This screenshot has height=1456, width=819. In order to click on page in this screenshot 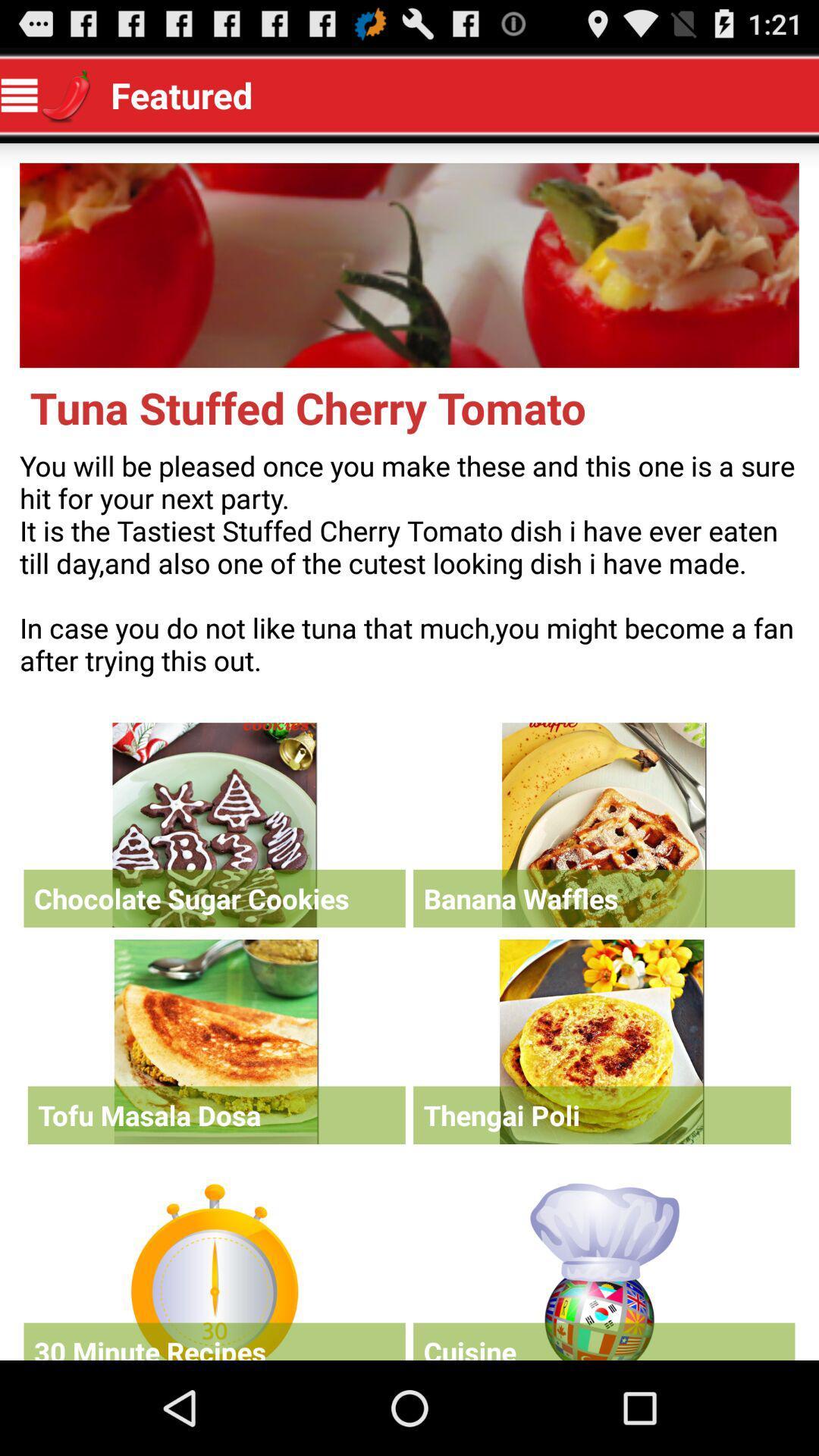, I will do `click(215, 1268)`.